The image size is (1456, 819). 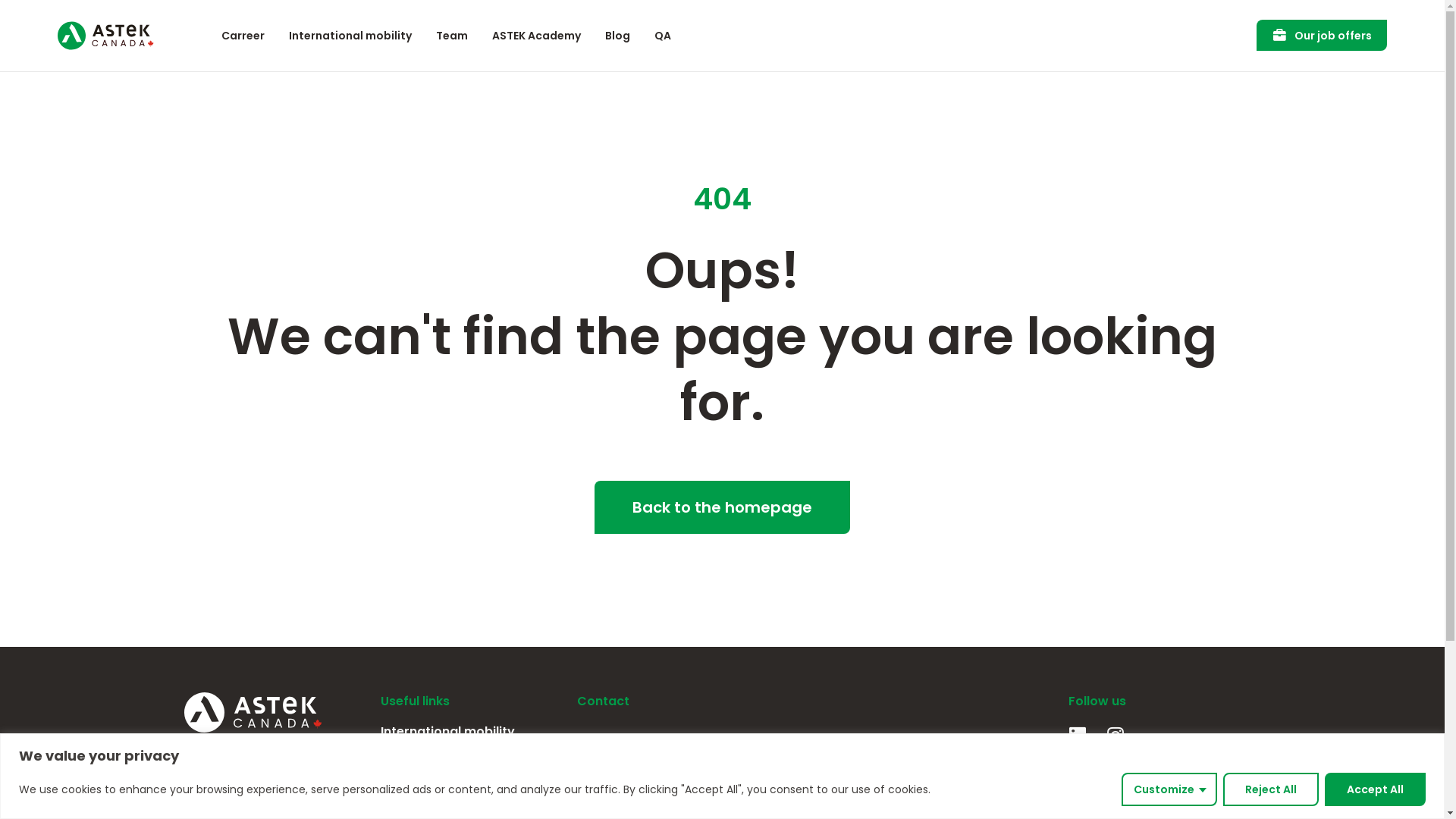 I want to click on 'Team', so click(x=381, y=759).